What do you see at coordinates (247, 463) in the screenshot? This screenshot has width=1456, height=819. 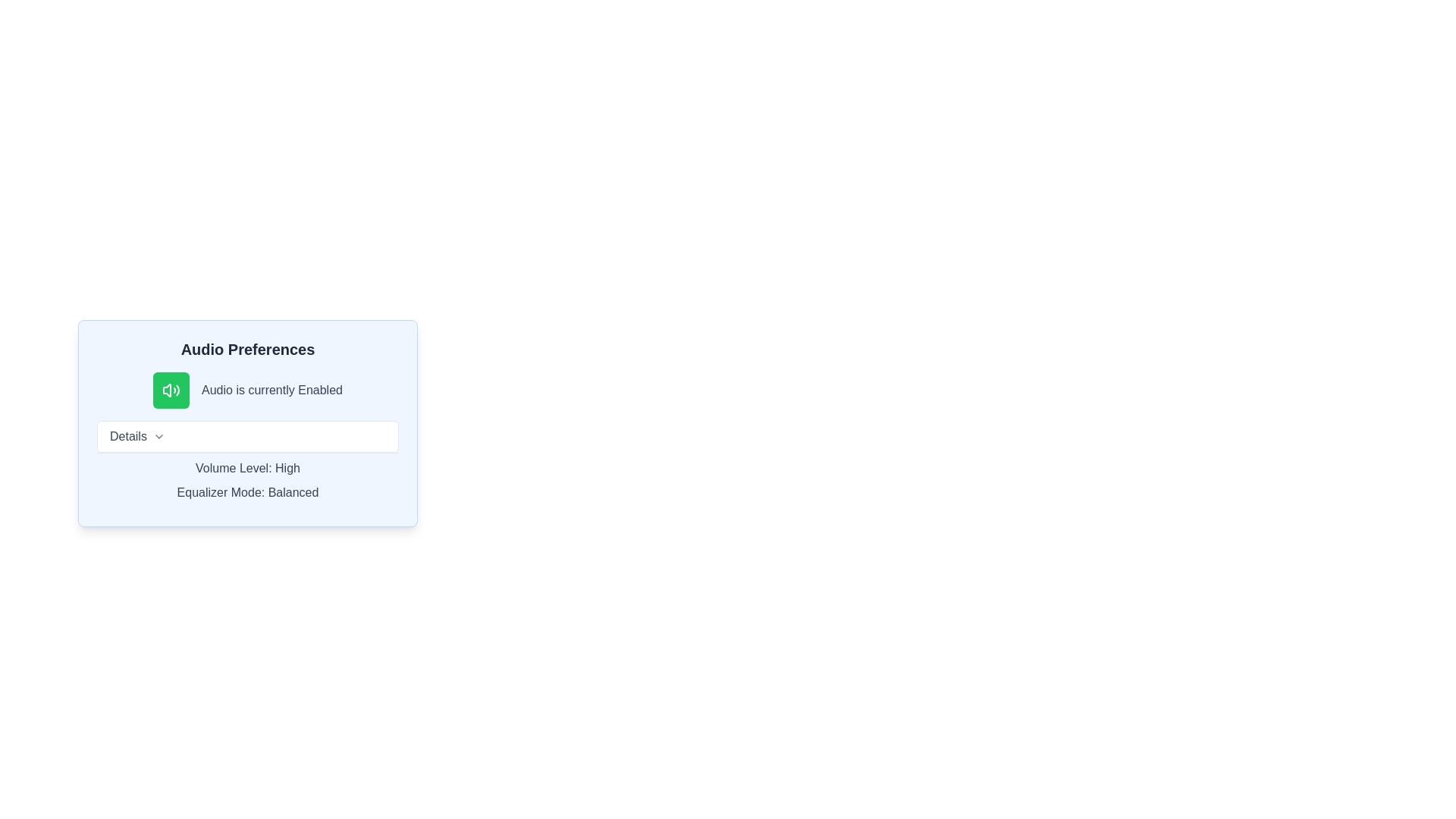 I see `the Text content block displaying audio settings information, specifically 'Volume Level: High' and 'Equalizer Mode: Balanced', located in the 'Audio Preferences' section beneath the 'Details' button` at bounding box center [247, 463].